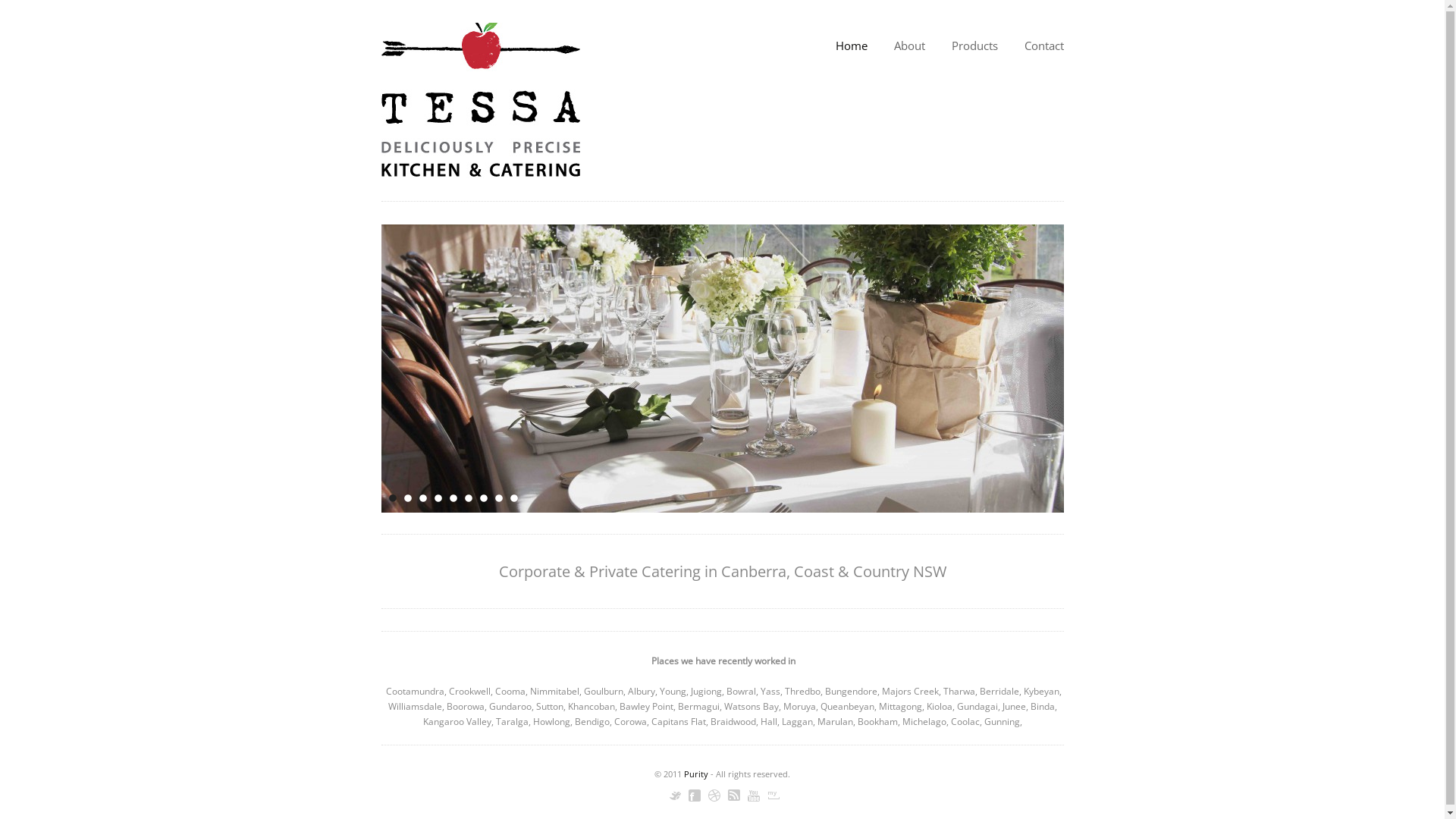 This screenshot has height=819, width=1456. I want to click on '3', so click(422, 497).